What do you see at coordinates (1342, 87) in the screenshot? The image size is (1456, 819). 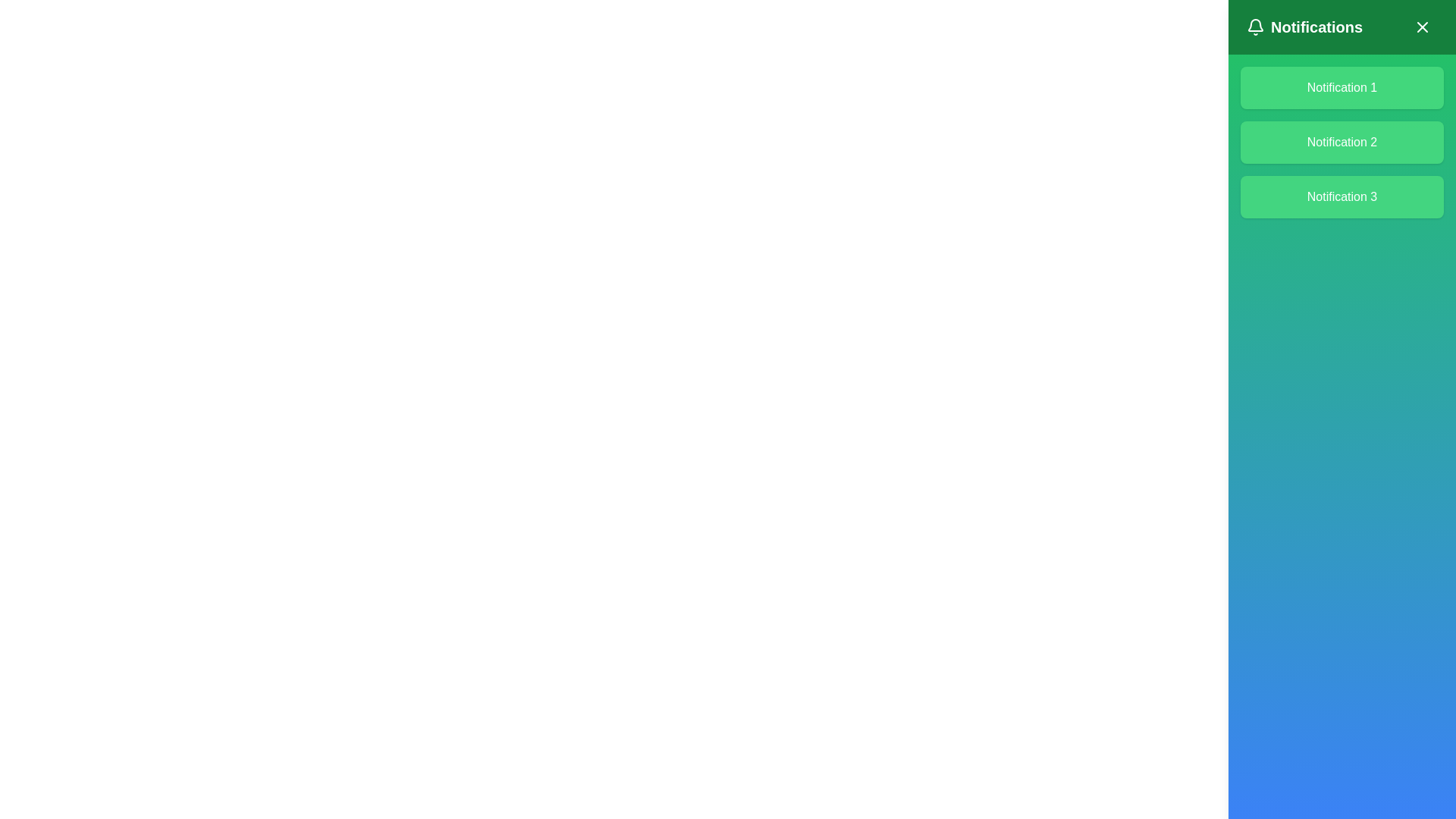 I see `text of the static label displaying the title of the notification within the green notification card at the top of the vertical list in the notification panel` at bounding box center [1342, 87].